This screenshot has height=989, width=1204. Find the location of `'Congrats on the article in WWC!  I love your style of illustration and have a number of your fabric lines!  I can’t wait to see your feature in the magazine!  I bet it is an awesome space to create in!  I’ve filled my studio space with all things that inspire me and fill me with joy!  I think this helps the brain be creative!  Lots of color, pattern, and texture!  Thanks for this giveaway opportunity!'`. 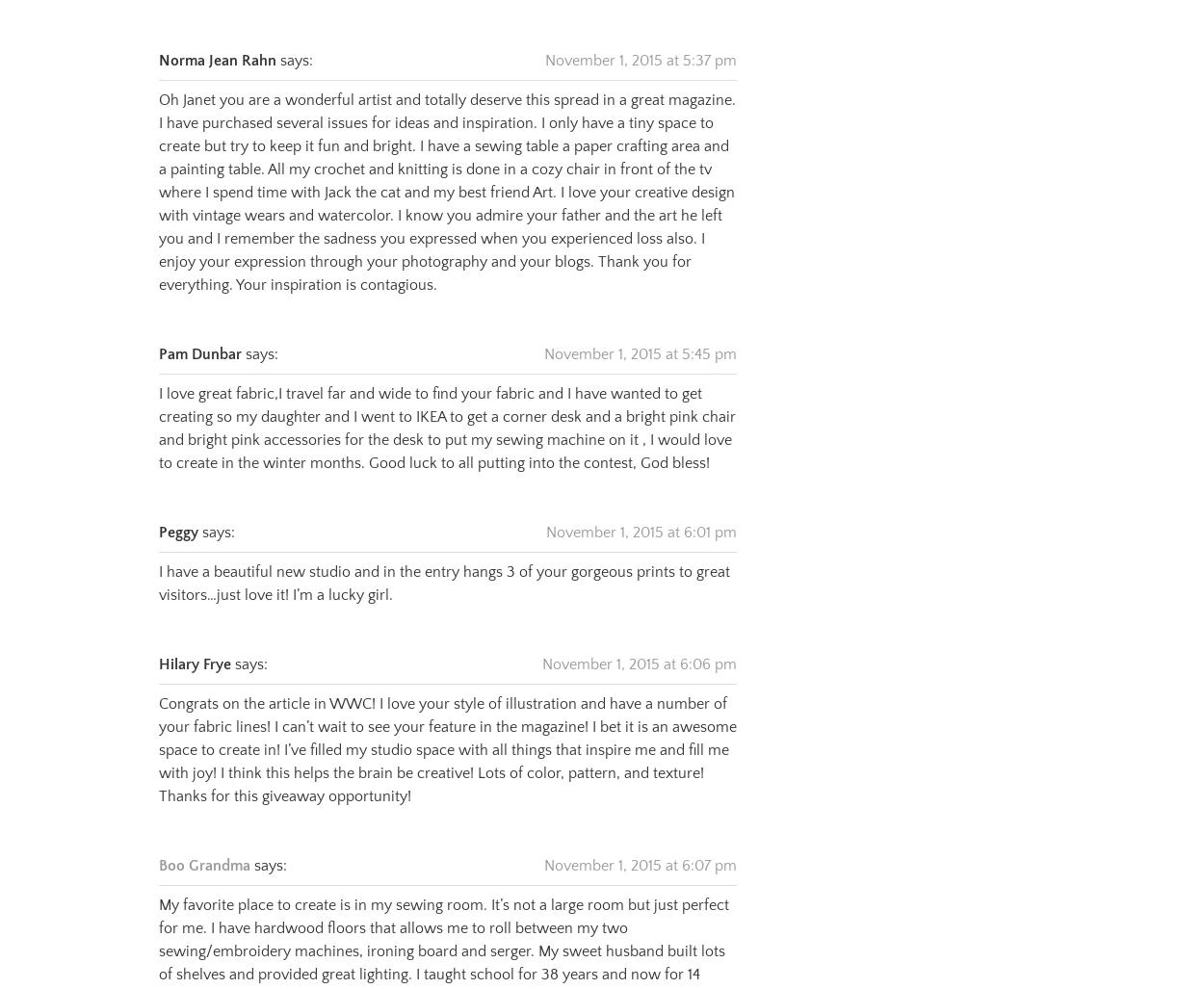

'Congrats on the article in WWC!  I love your style of illustration and have a number of your fabric lines!  I can’t wait to see your feature in the magazine!  I bet it is an awesome space to create in!  I’ve filled my studio space with all things that inspire me and fill me with joy!  I think this helps the brain be creative!  Lots of color, pattern, and texture!  Thanks for this giveaway opportunity!' is located at coordinates (447, 725).